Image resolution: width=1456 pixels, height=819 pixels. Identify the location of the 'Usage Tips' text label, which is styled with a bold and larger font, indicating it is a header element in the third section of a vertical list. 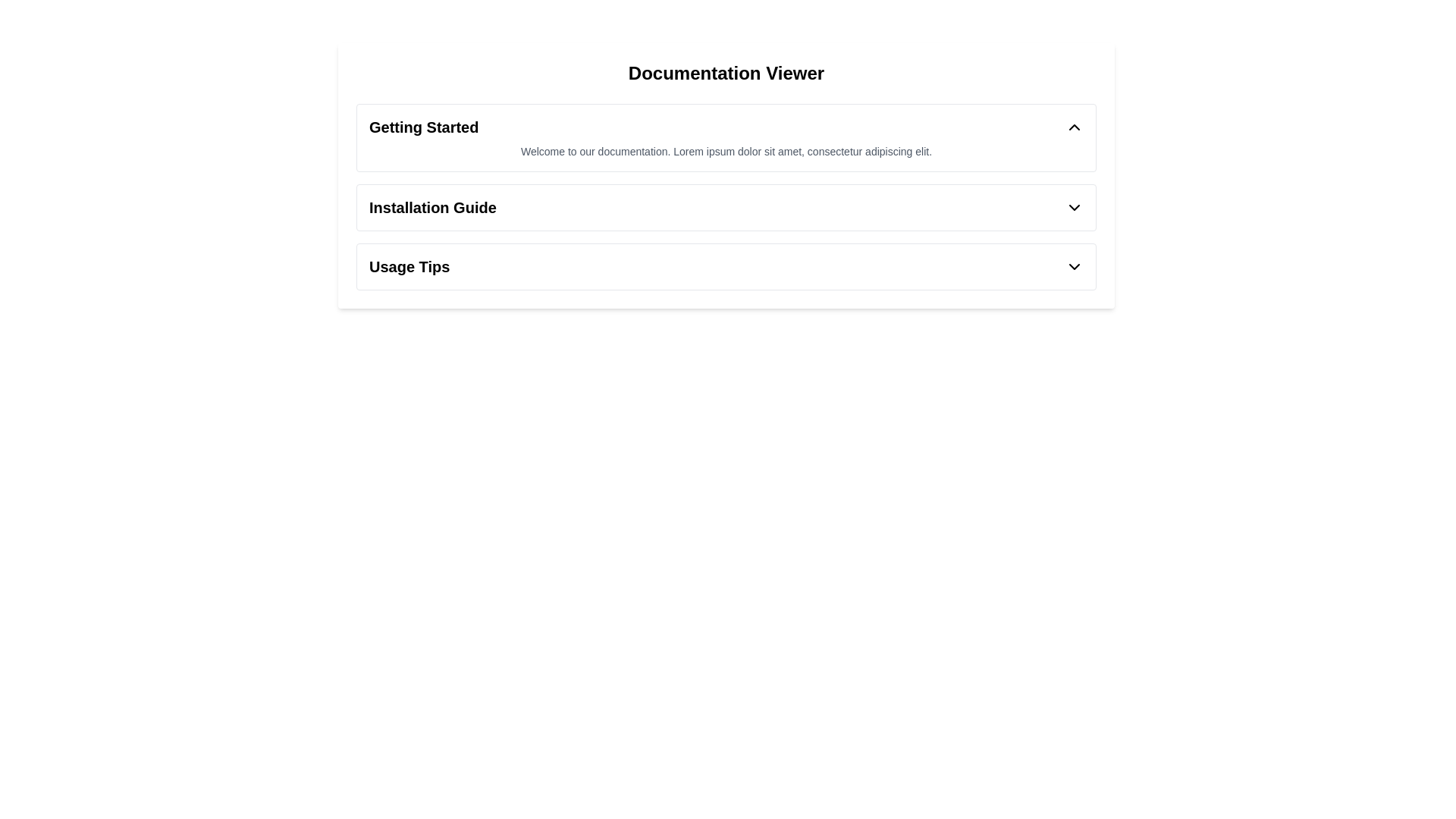
(409, 265).